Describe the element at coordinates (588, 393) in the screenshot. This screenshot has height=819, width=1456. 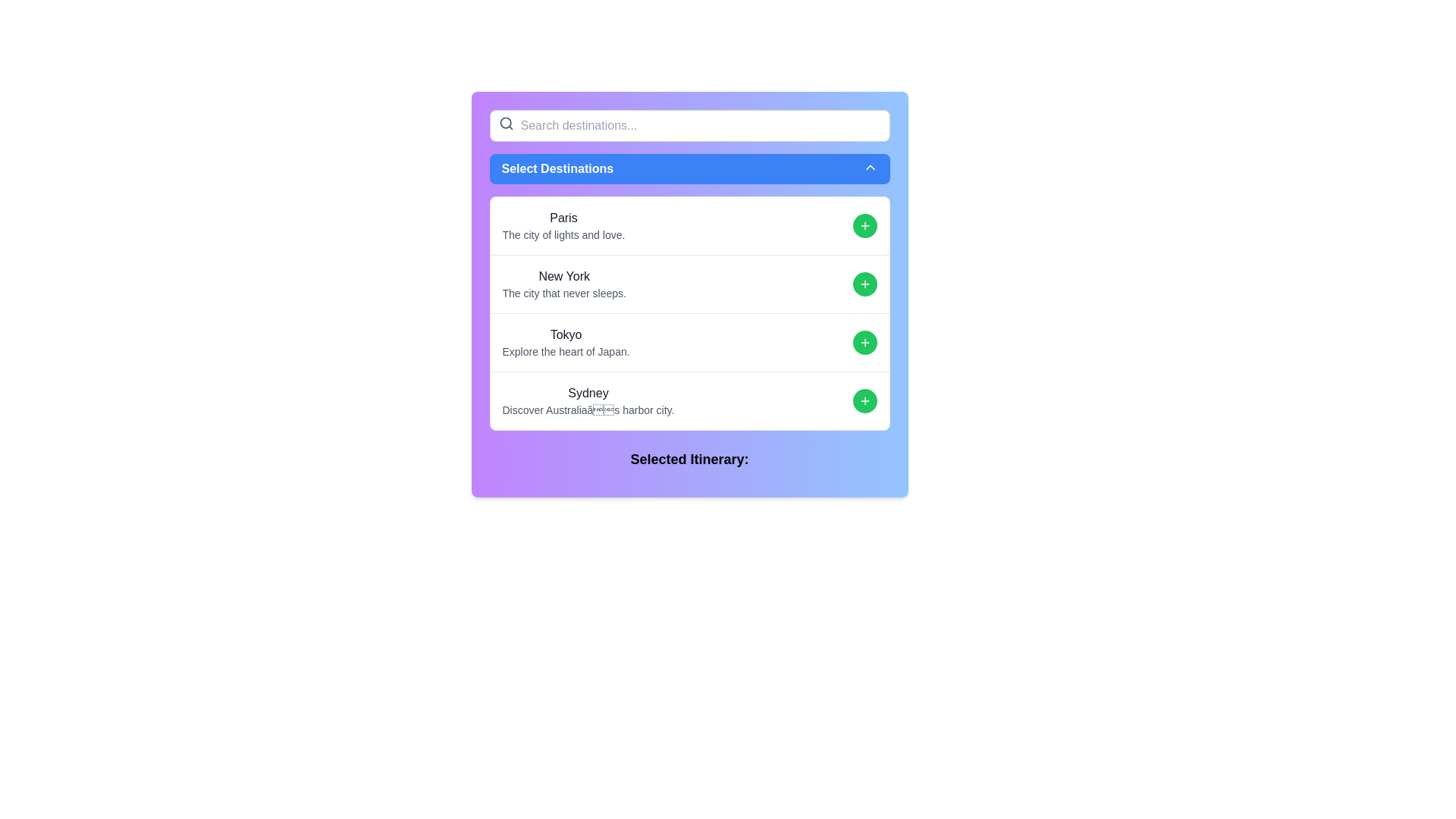
I see `the text label displaying 'Sydney', which is styled in gray color and located above a description text in the 'Select Destinations' card interface` at that location.